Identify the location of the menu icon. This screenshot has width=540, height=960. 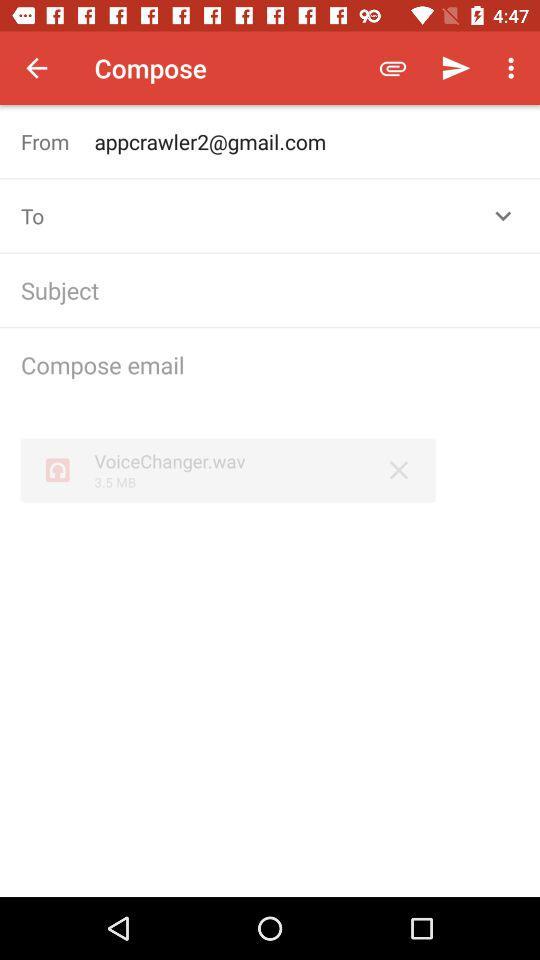
(514, 68).